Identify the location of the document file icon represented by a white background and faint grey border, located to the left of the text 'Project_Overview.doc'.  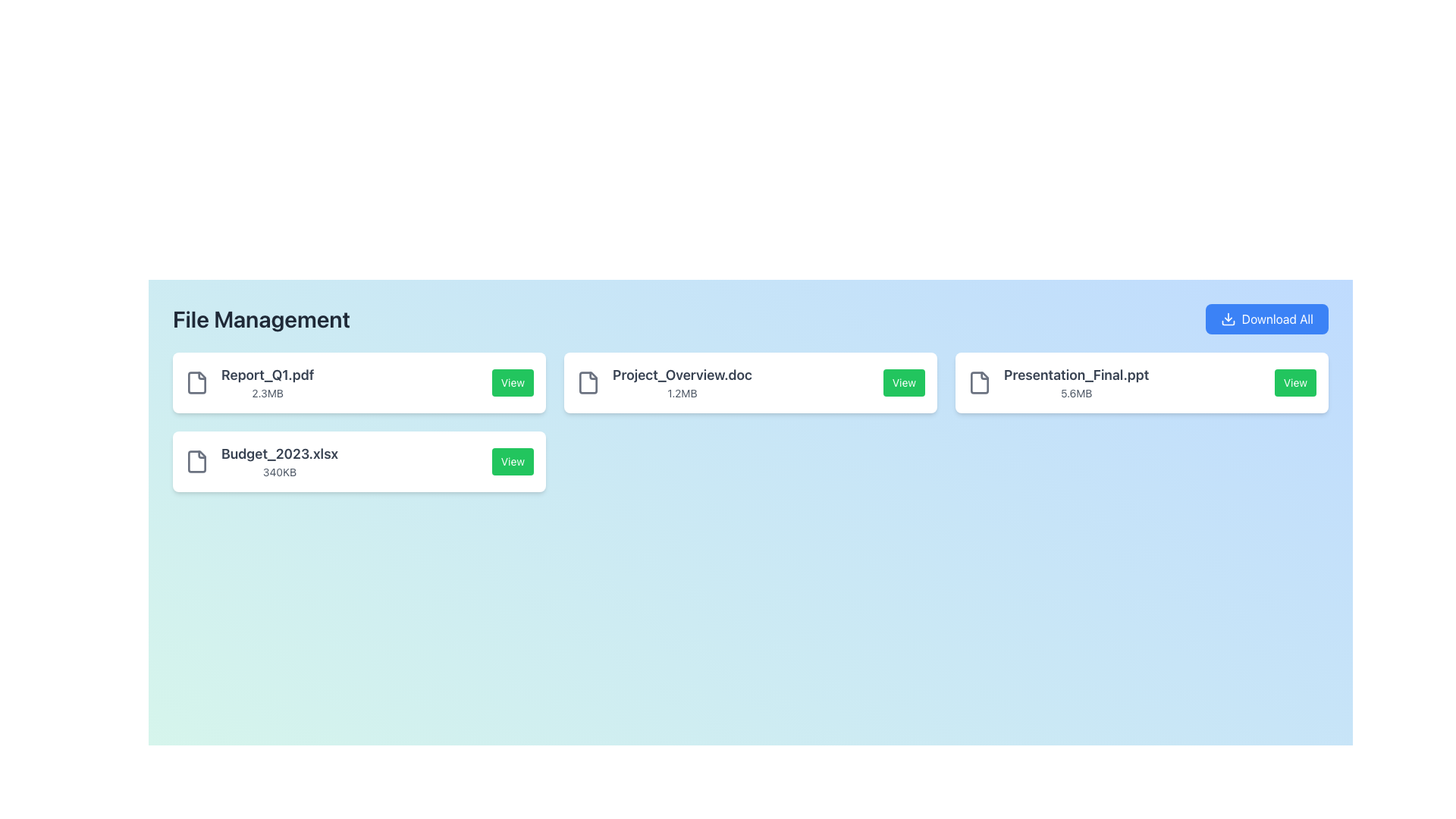
(588, 381).